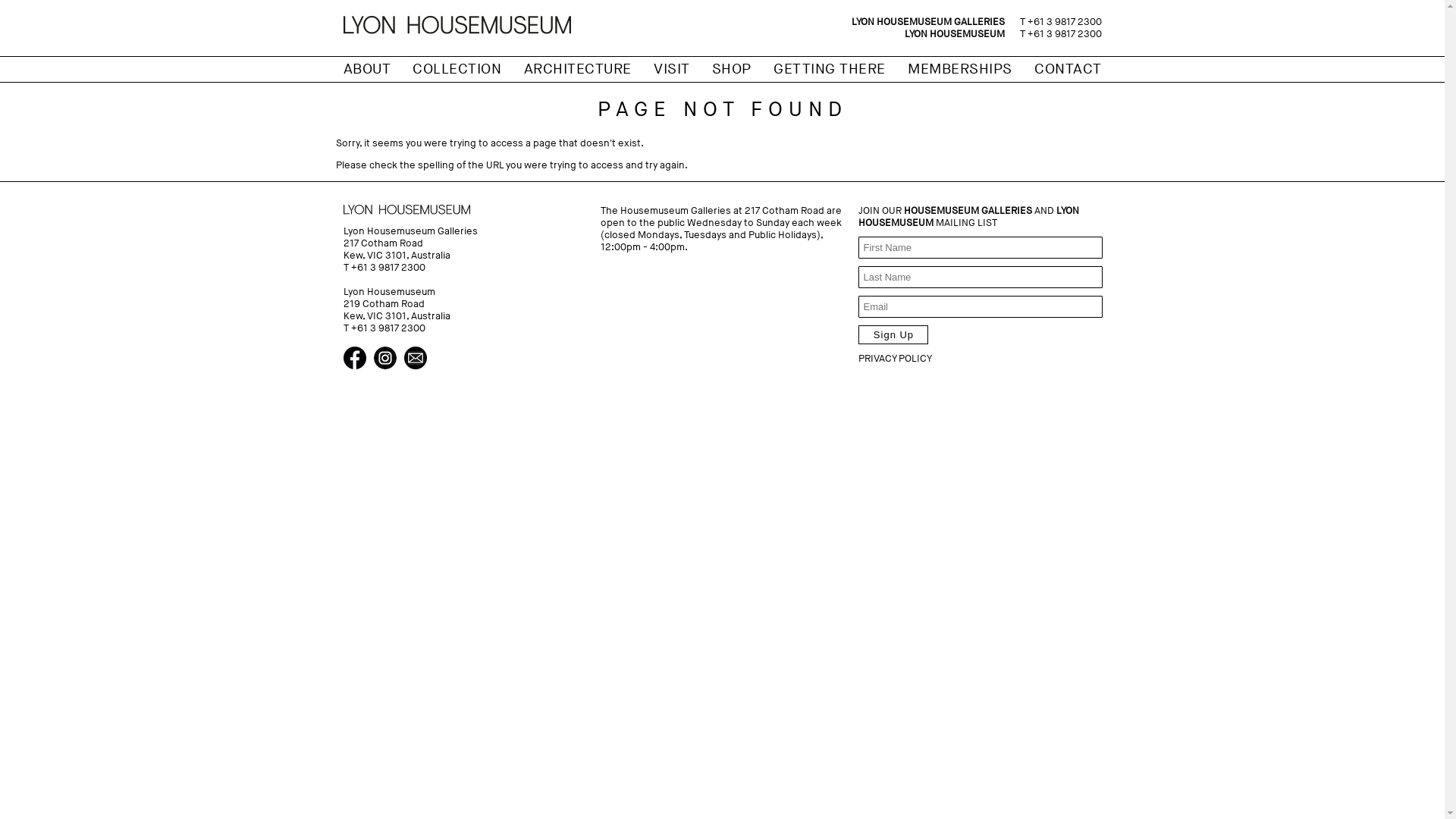 The image size is (1456, 819). Describe the element at coordinates (577, 69) in the screenshot. I see `'ARCHITECTURE'` at that location.